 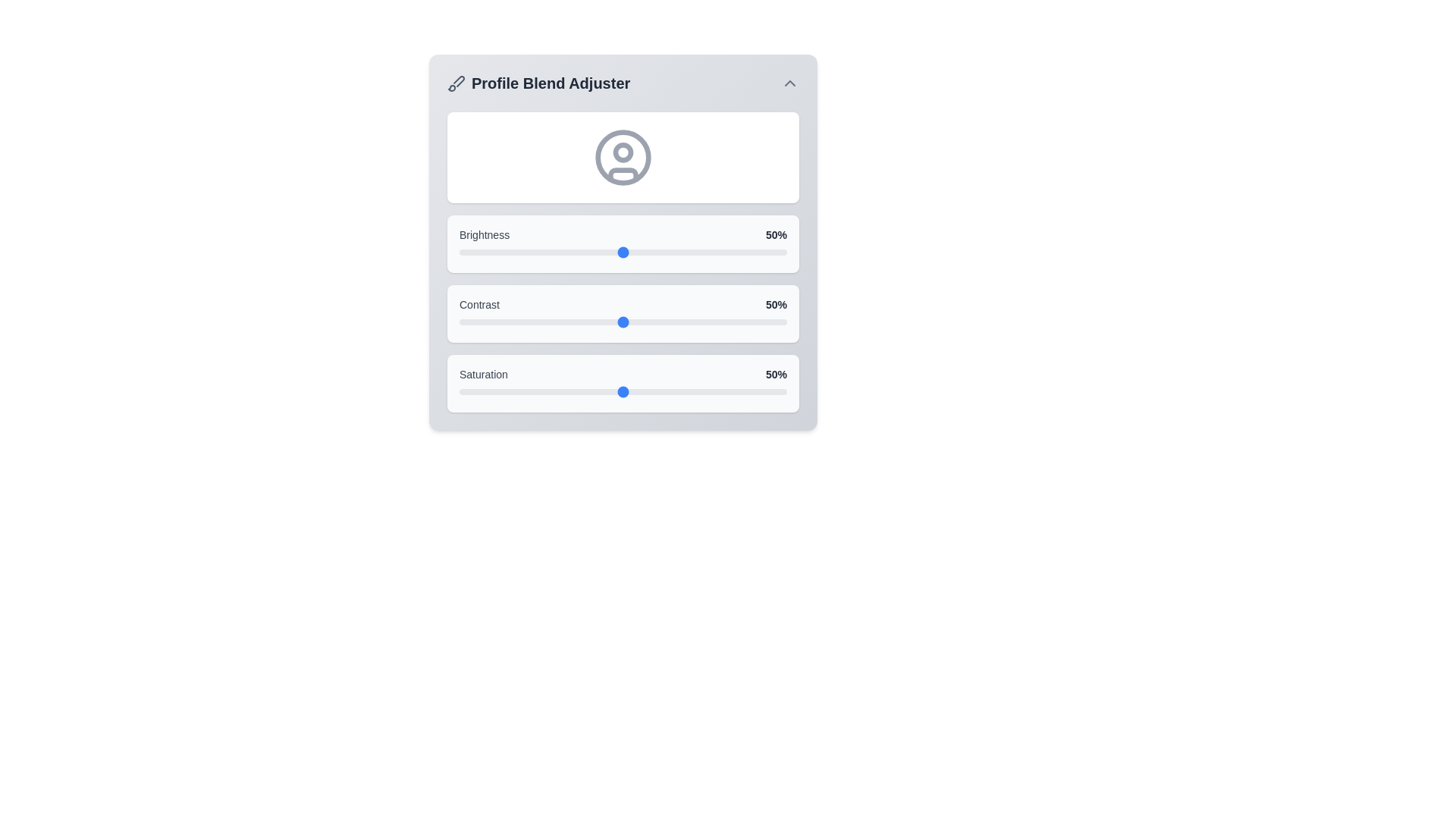 I want to click on the small gray icon depicting a stylized brush, which is located to the immediate left of the 'Profile Blend Adjuster' text label, so click(x=455, y=83).